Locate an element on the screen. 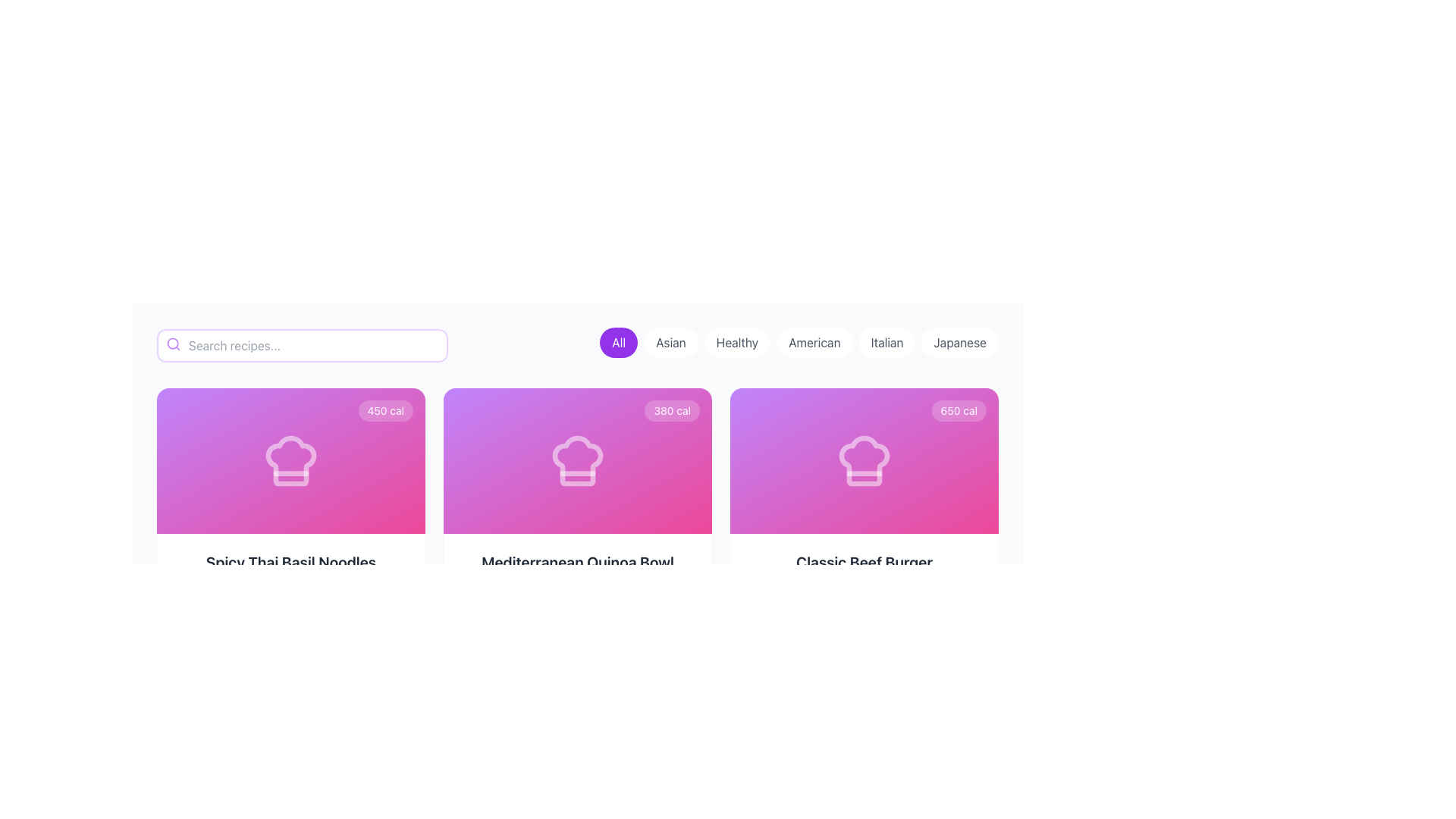 Image resolution: width=1456 pixels, height=819 pixels. the informational label displaying '650 cal' located at the top-right corner of the card with a gradient background, positioned above the chef hat icon is located at coordinates (958, 411).